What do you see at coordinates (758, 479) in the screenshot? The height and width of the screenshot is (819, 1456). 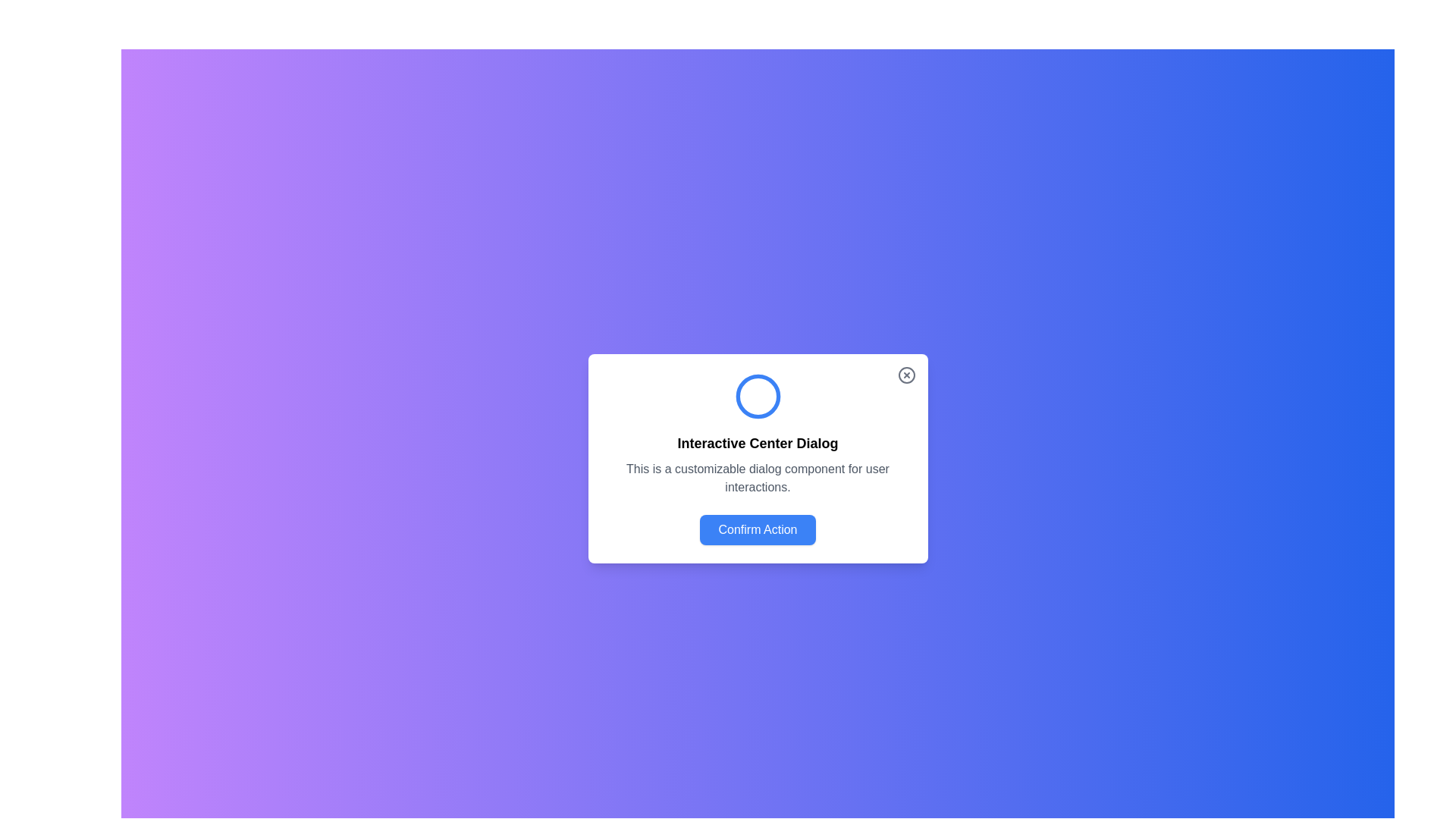 I see `the text label that says 'This is a customizable dialog component for user interactions.' which is centered in the dialog, located below the title 'Interactive Center Dialog' and above the button 'Confirm Action.'` at bounding box center [758, 479].